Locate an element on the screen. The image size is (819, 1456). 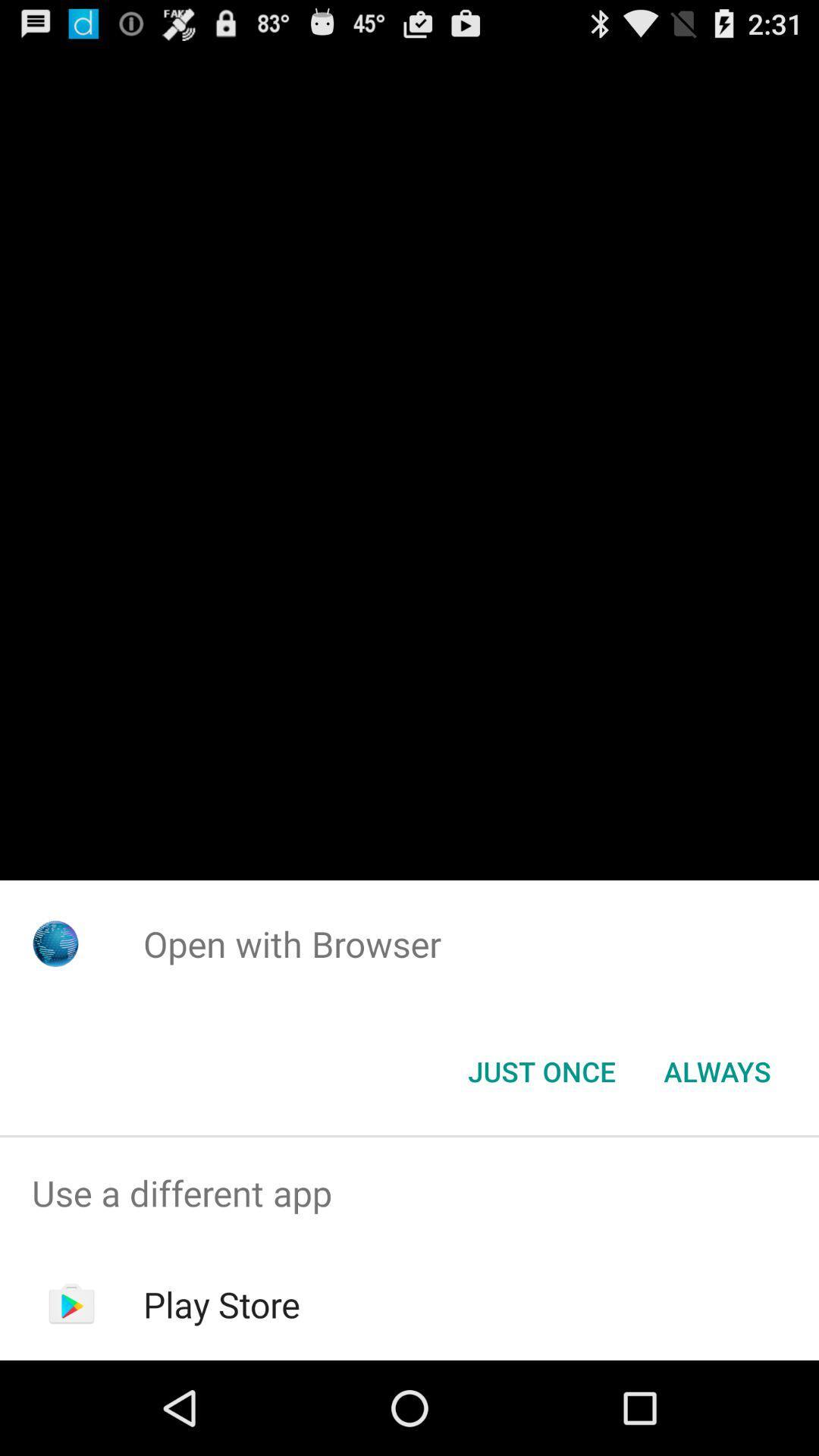
app below open with browser item is located at coordinates (541, 1070).